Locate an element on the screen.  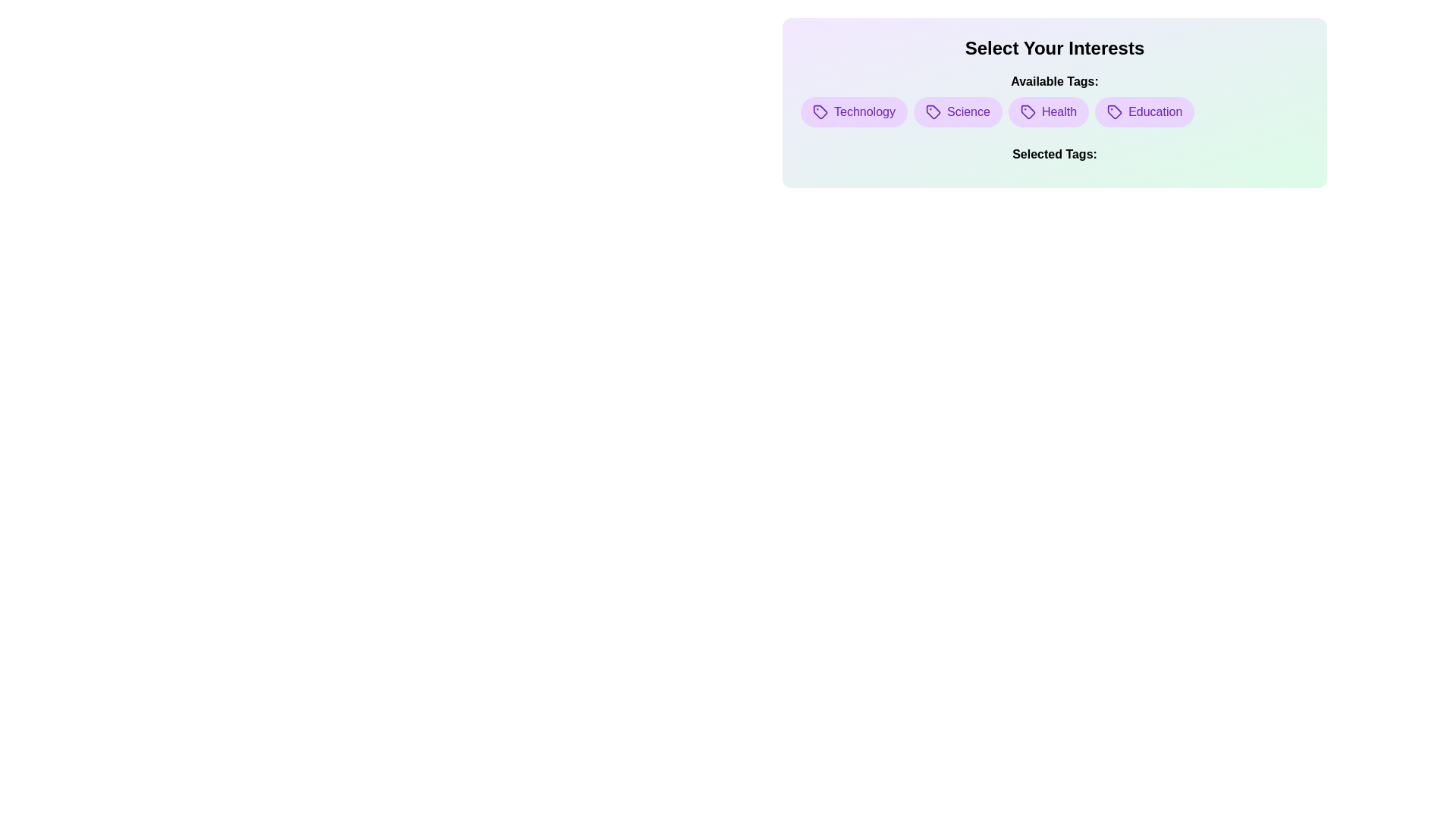
the 'Science' tag button, which has a light purple background and a purple text label is located at coordinates (957, 111).